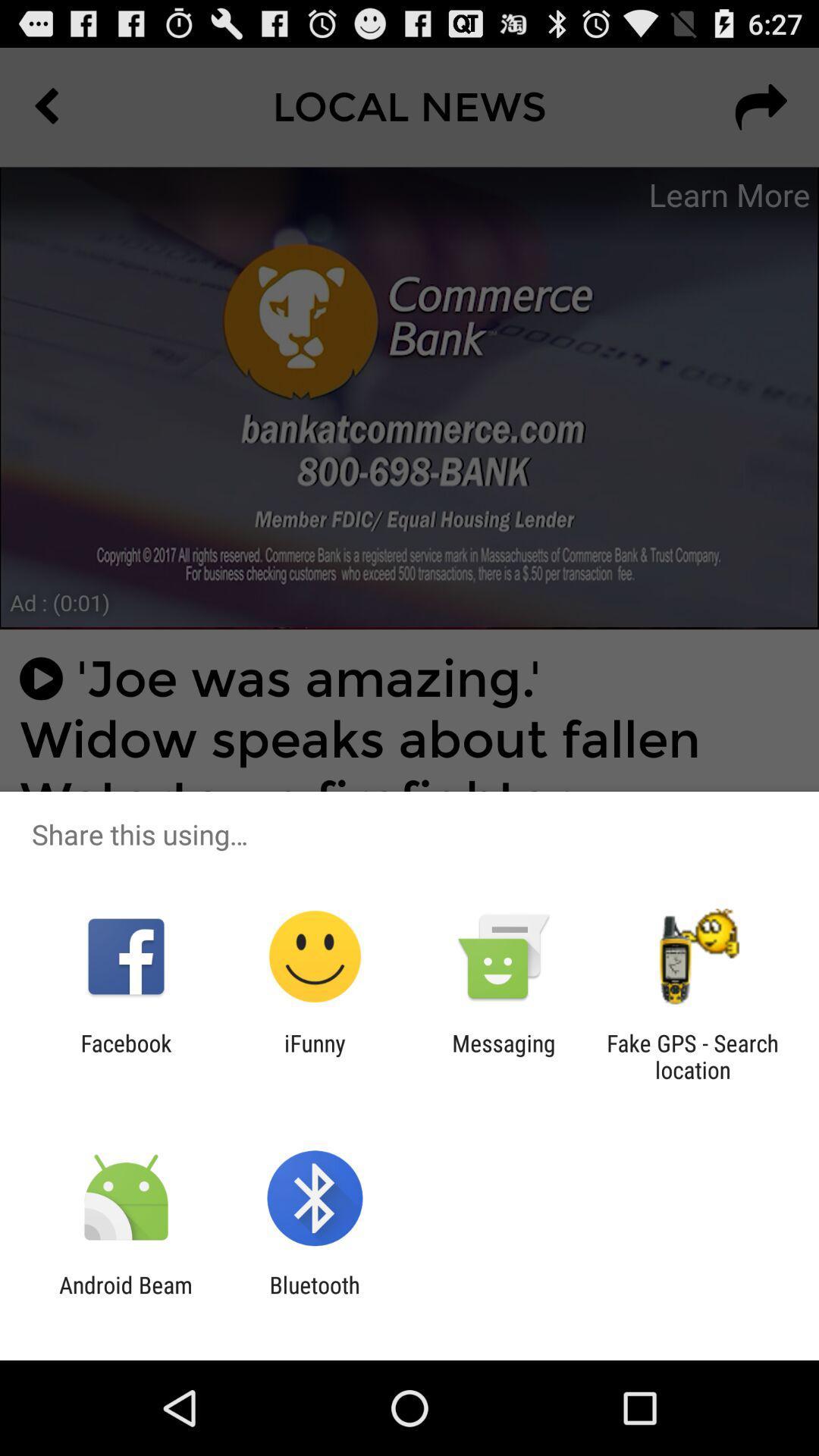  What do you see at coordinates (504, 1056) in the screenshot?
I see `the item next to the ifunny icon` at bounding box center [504, 1056].